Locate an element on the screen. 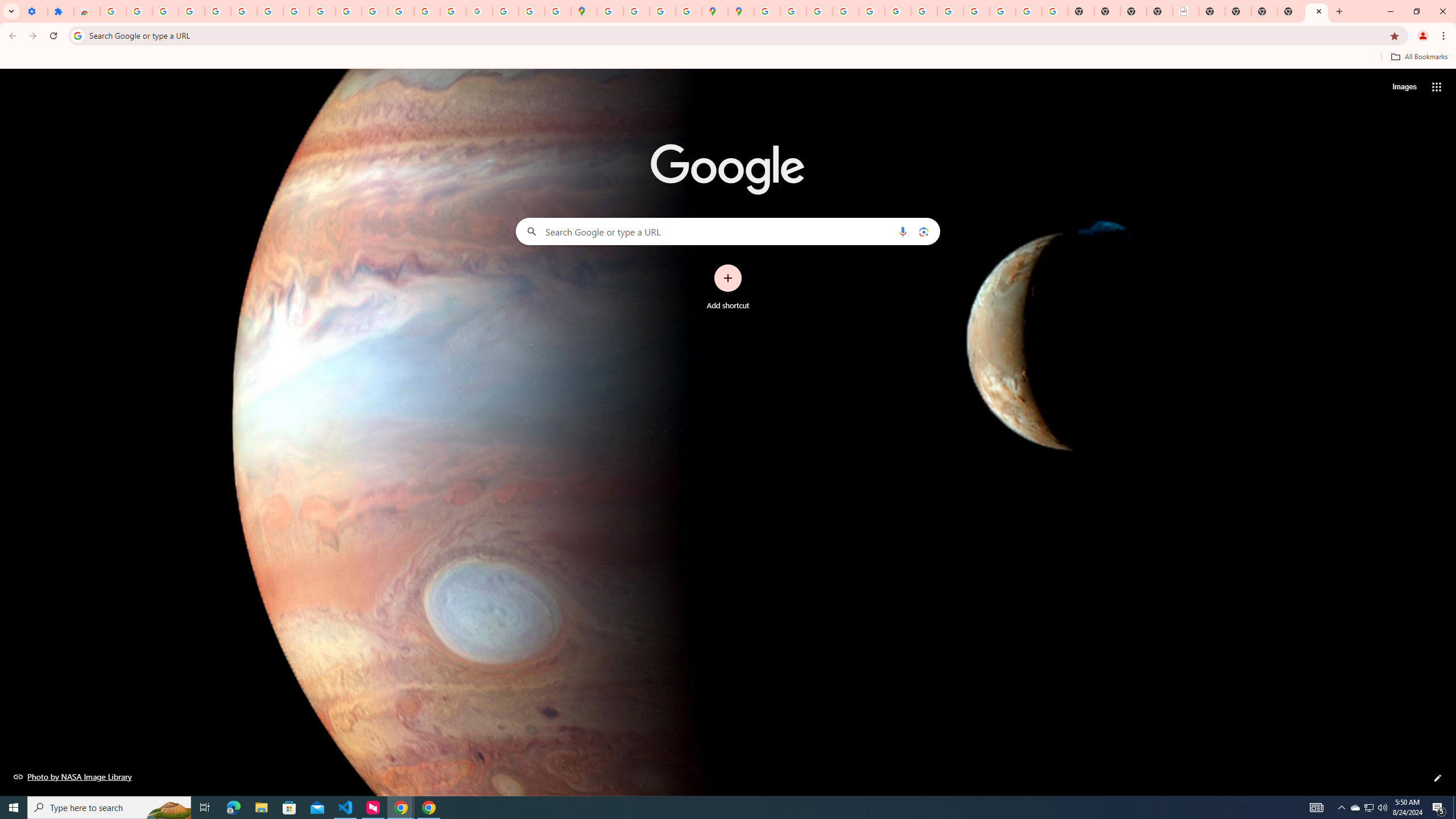 This screenshot has height=819, width=1456. 'All Bookmarks' is located at coordinates (1418, 56).